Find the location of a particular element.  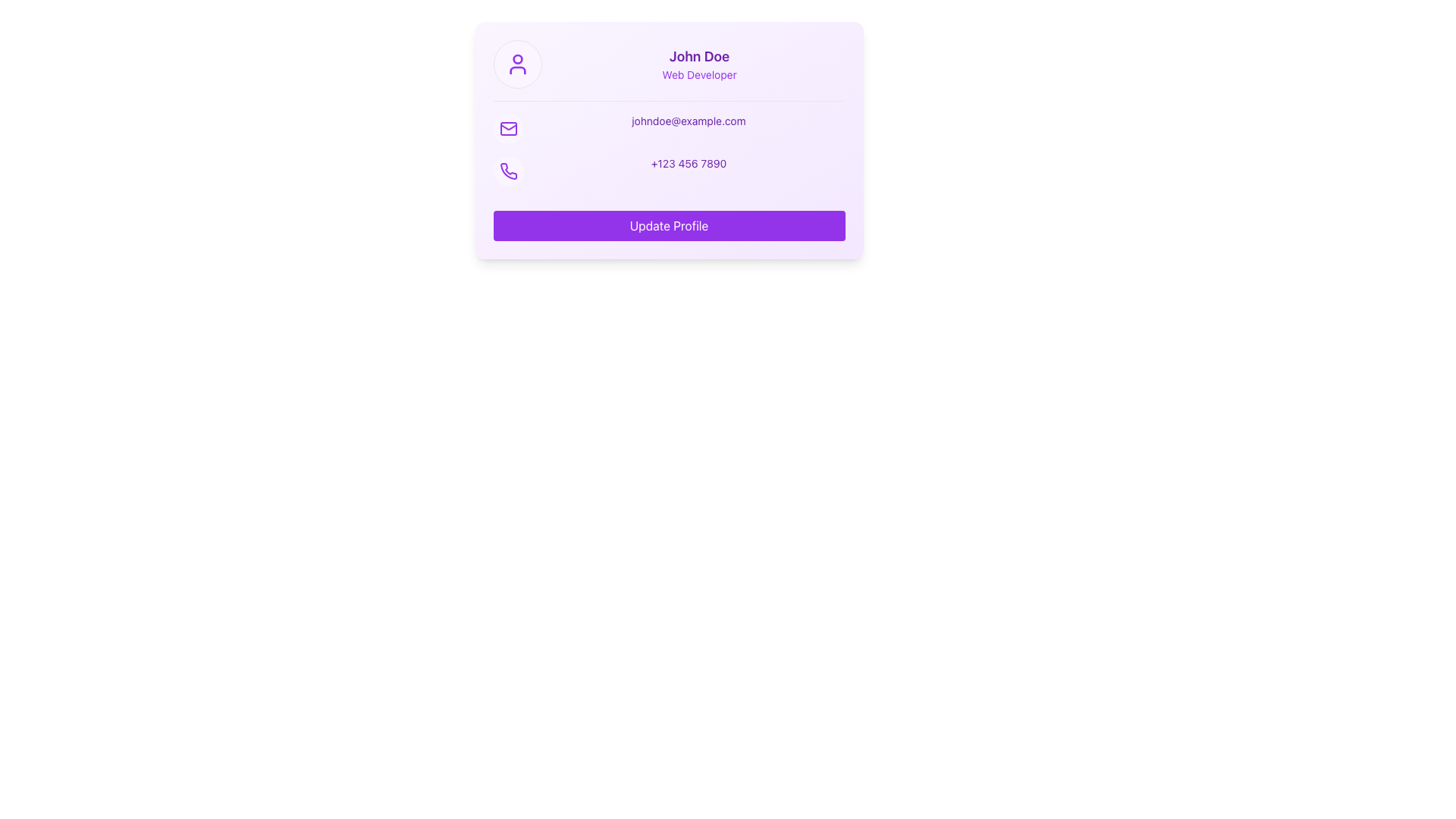

the Profile header containing the user information display for 'John Doe', which includes the user icon on the left and the name and title in bold purple text on the right is located at coordinates (668, 71).